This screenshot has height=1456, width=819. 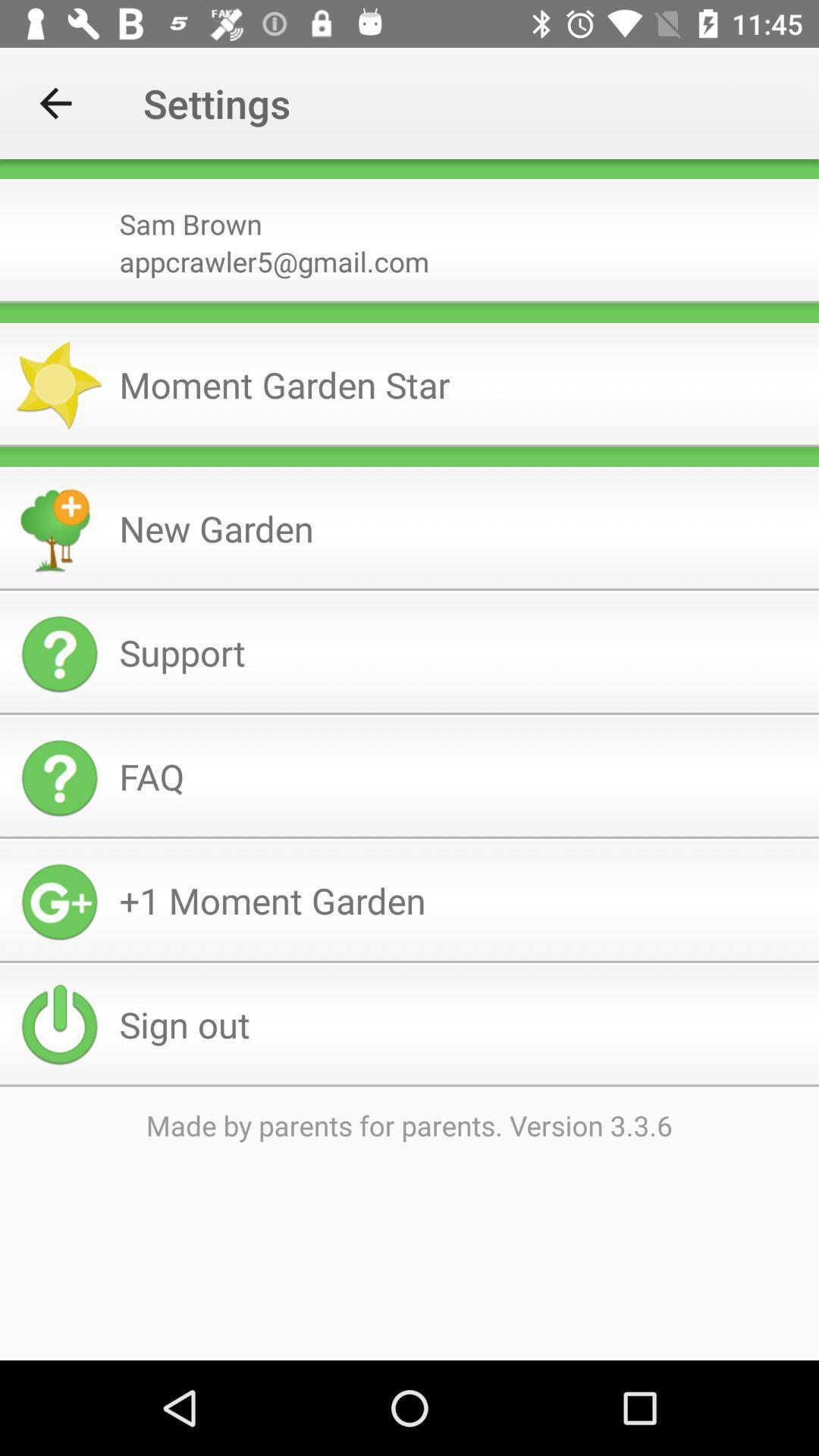 What do you see at coordinates (462, 777) in the screenshot?
I see `the faq icon` at bounding box center [462, 777].